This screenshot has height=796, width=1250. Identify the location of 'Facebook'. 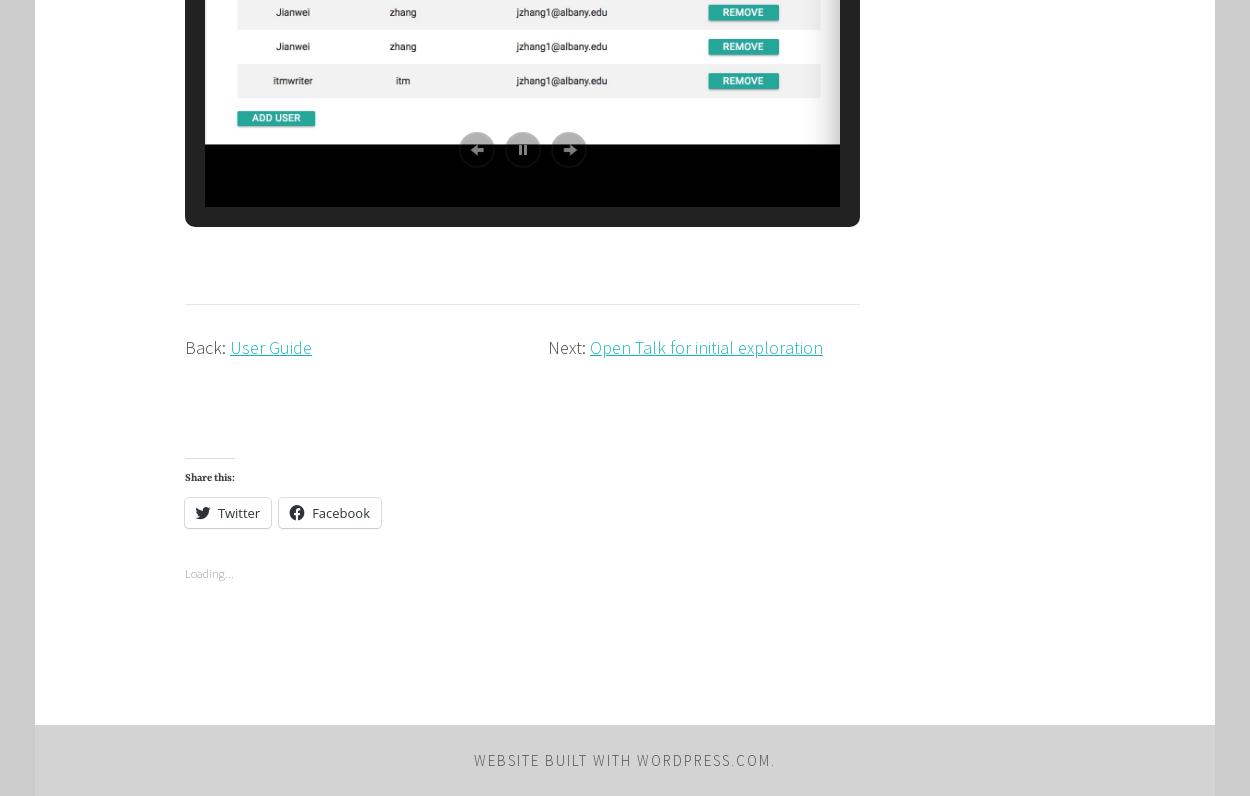
(340, 511).